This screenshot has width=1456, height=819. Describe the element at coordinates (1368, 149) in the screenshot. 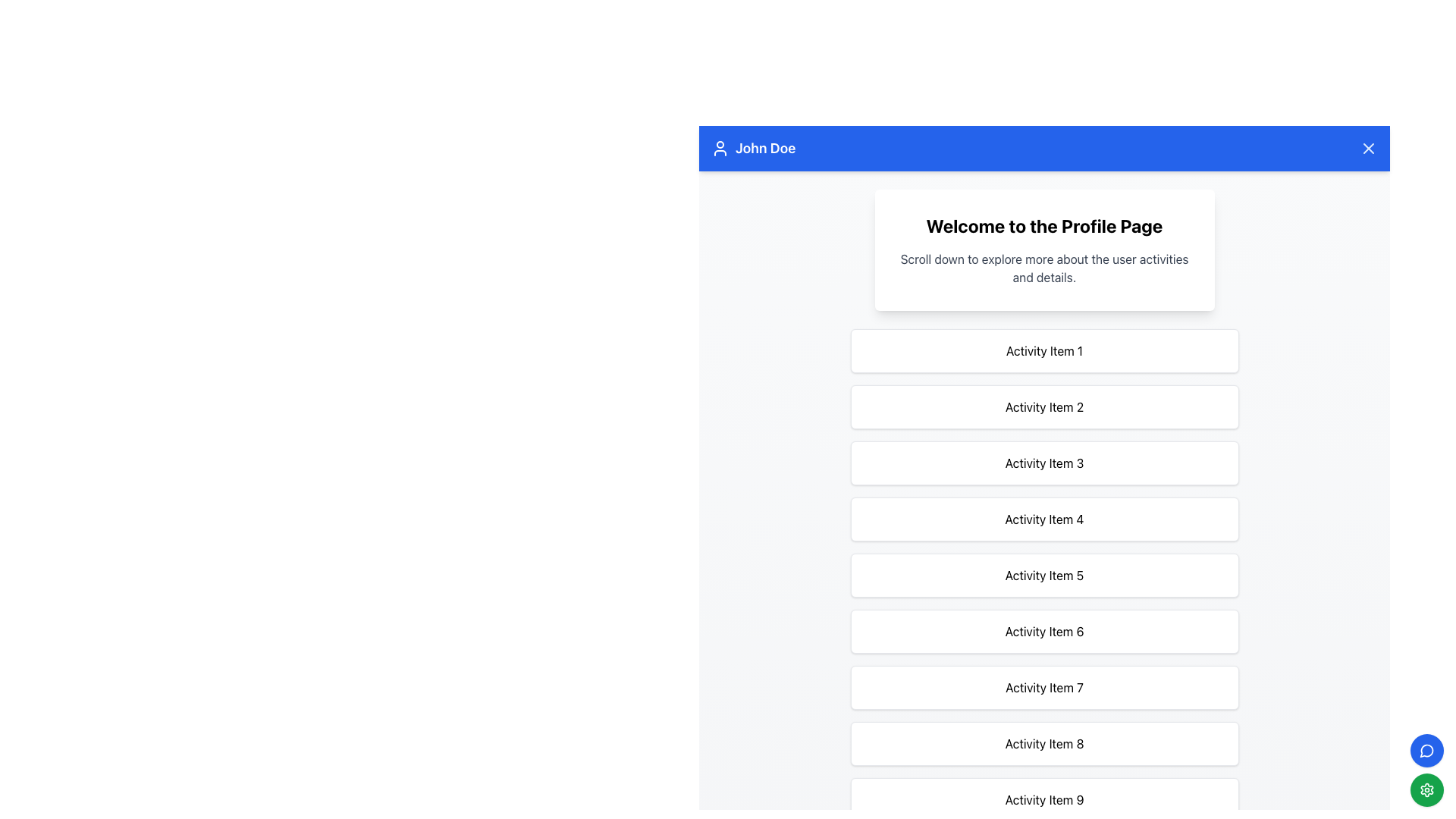

I see `the close button located at the far-right edge of the top navigation bar` at that location.